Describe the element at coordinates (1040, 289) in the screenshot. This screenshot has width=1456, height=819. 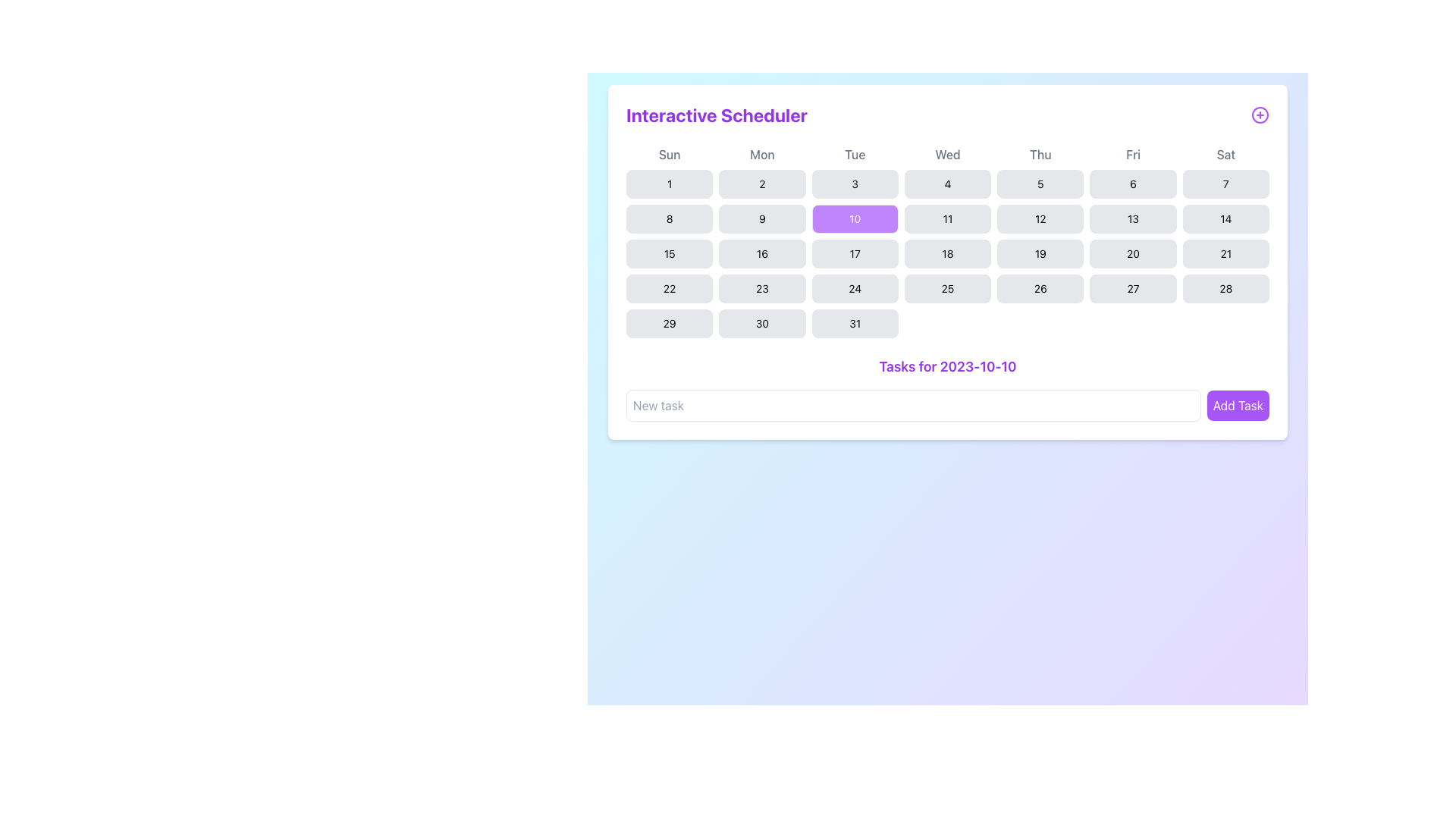
I see `the button representing the date '26' in the calendar interface` at that location.